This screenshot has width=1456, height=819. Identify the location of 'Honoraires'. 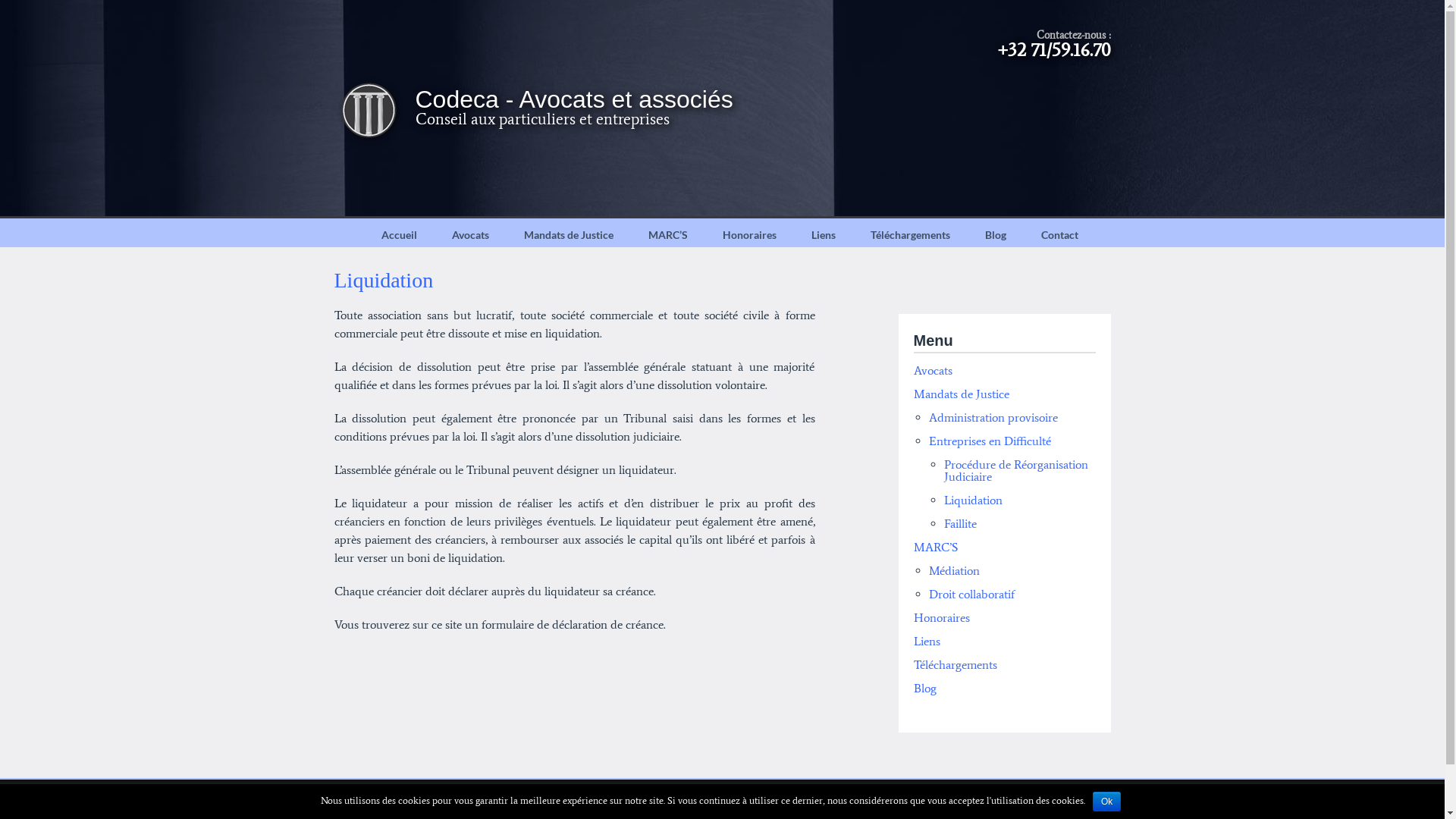
(940, 617).